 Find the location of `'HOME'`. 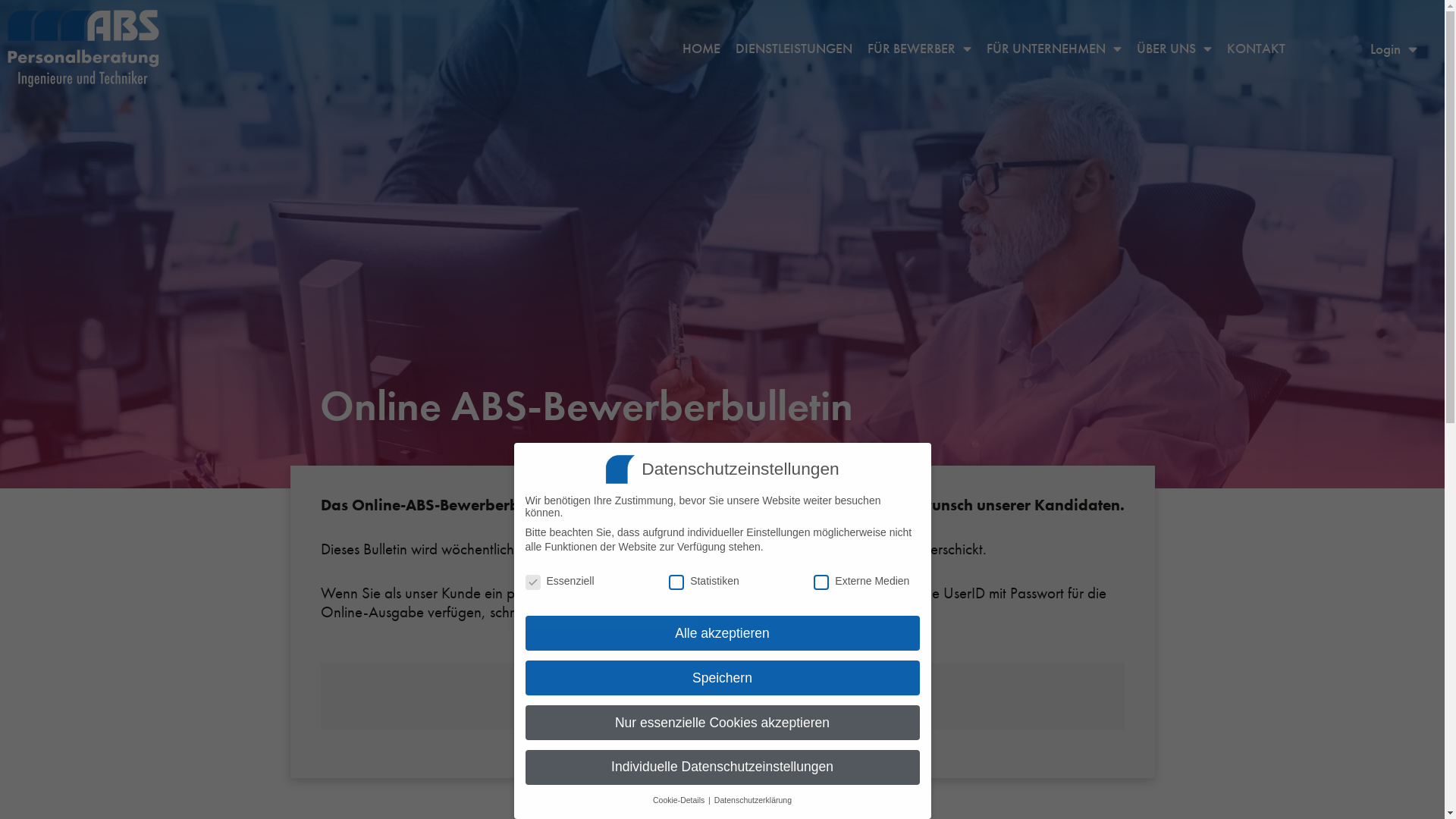

'HOME' is located at coordinates (701, 48).